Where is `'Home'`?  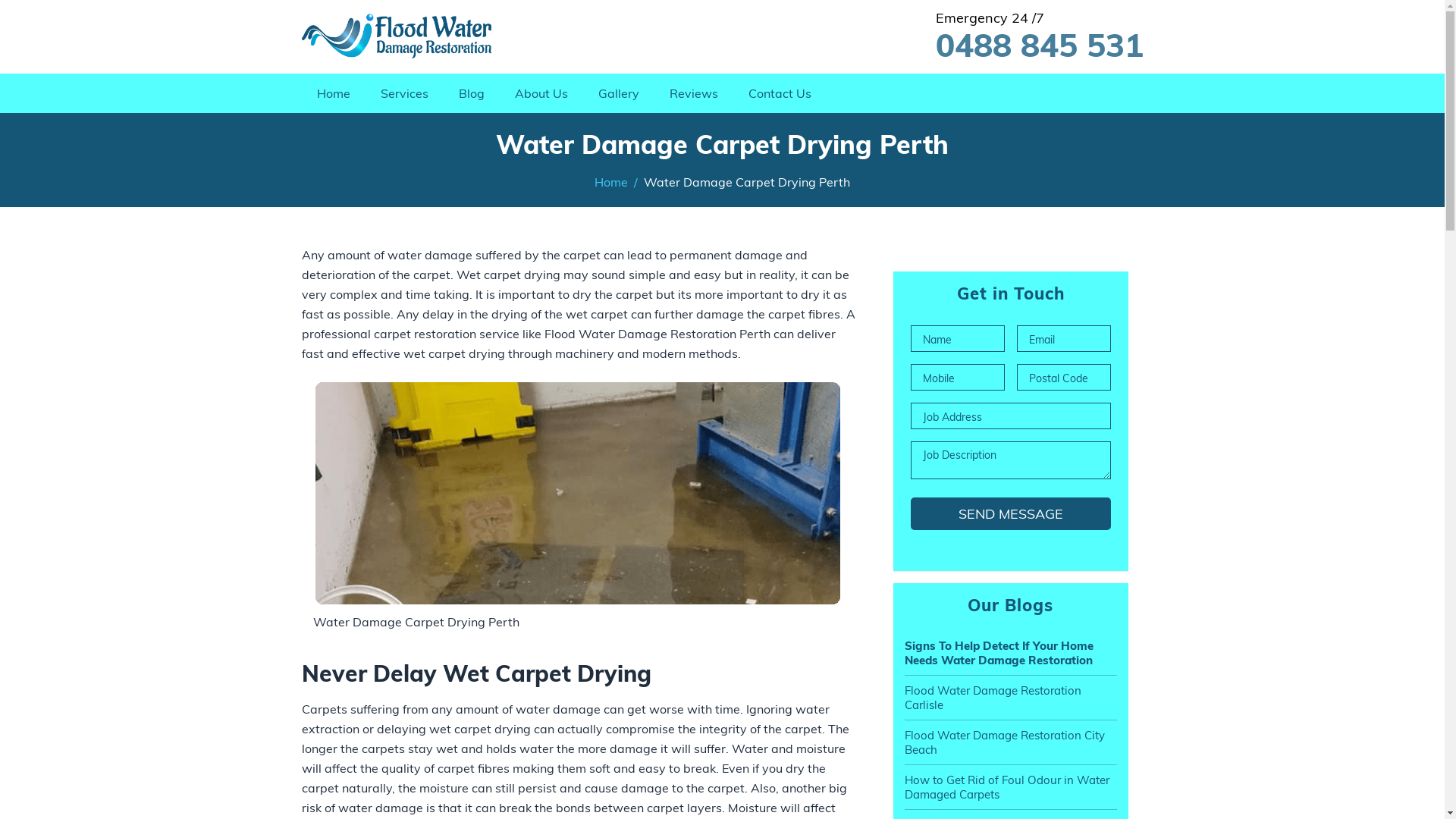 'Home' is located at coordinates (333, 93).